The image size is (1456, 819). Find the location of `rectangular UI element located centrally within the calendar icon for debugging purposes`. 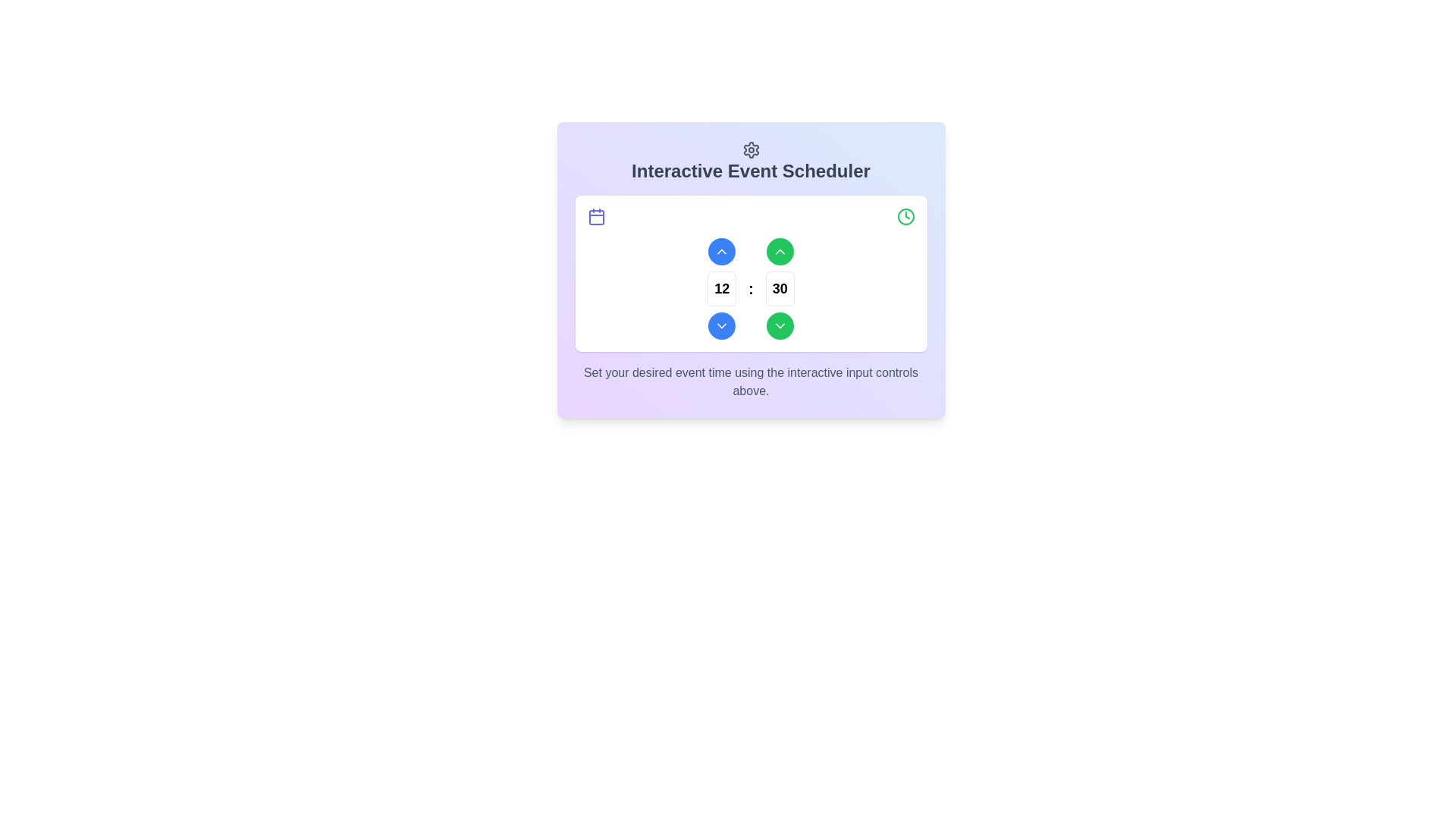

rectangular UI element located centrally within the calendar icon for debugging purposes is located at coordinates (595, 217).